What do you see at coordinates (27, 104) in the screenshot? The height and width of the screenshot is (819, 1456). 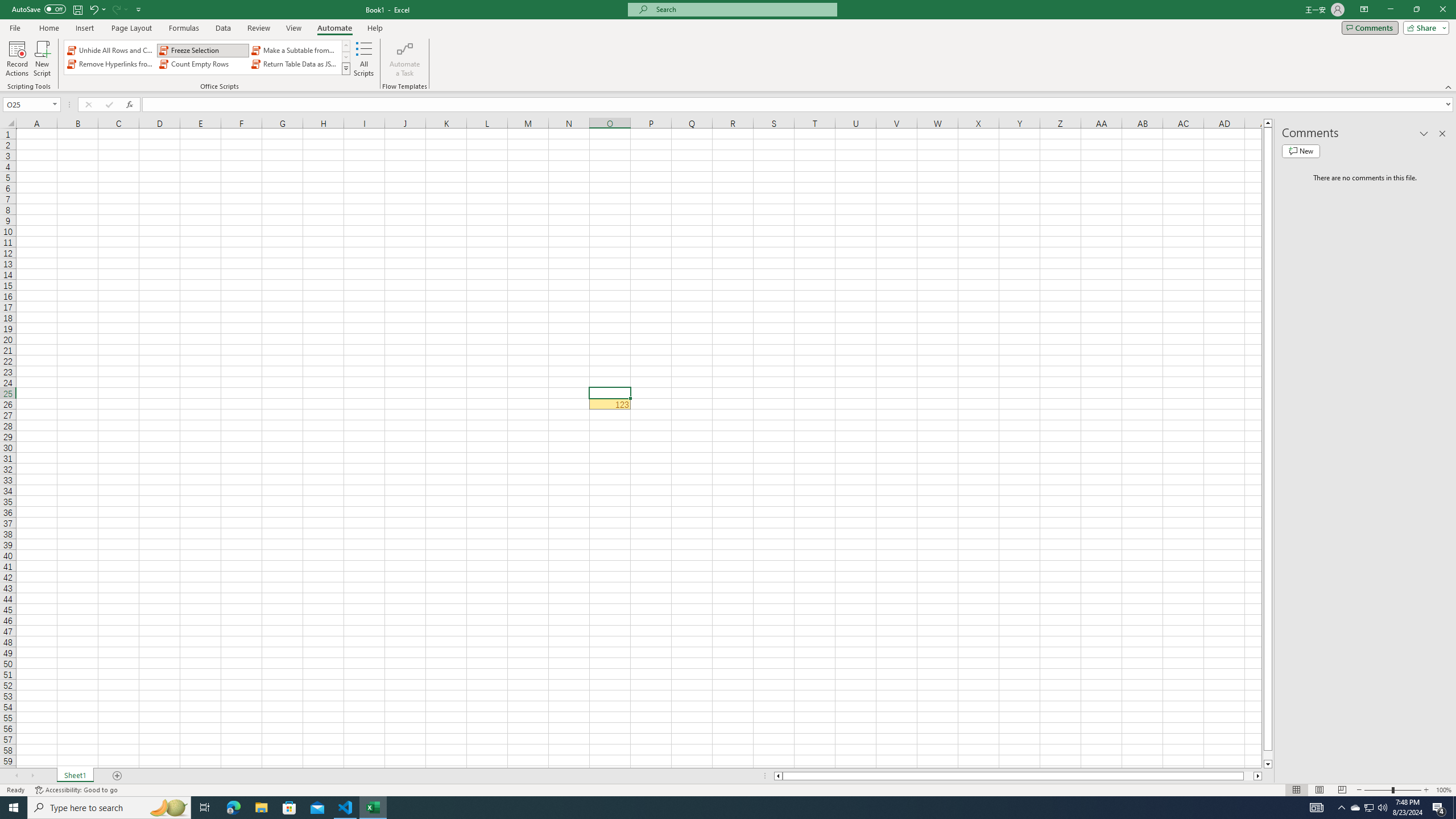 I see `'Name Box'` at bounding box center [27, 104].